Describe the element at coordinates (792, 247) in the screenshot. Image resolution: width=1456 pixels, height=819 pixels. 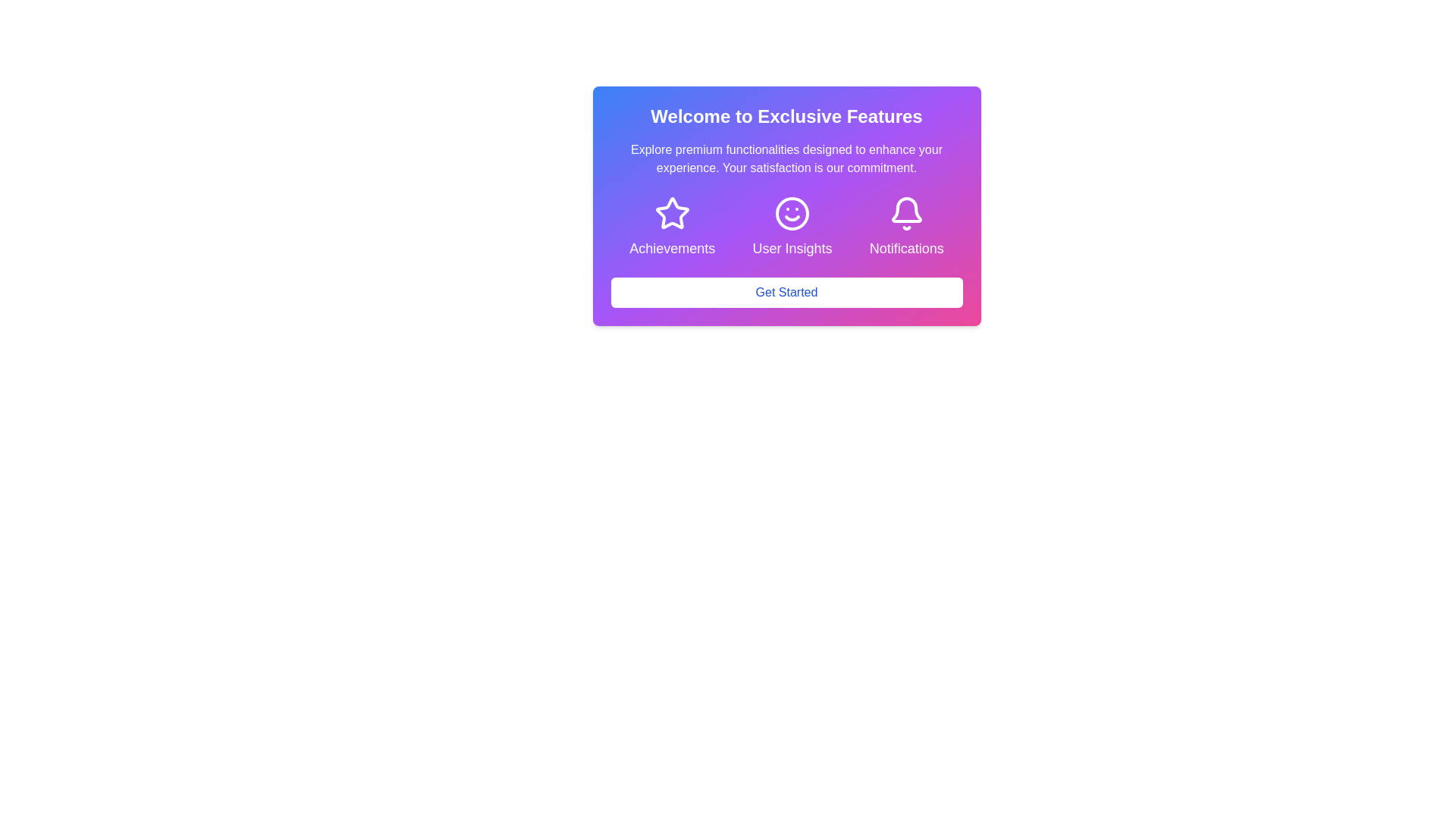
I see `the label that indicates access to insights or analytical information, positioned directly below the smiley face icon in the middle of the three-column layout under 'Welcome to Exclusive Features.'` at that location.